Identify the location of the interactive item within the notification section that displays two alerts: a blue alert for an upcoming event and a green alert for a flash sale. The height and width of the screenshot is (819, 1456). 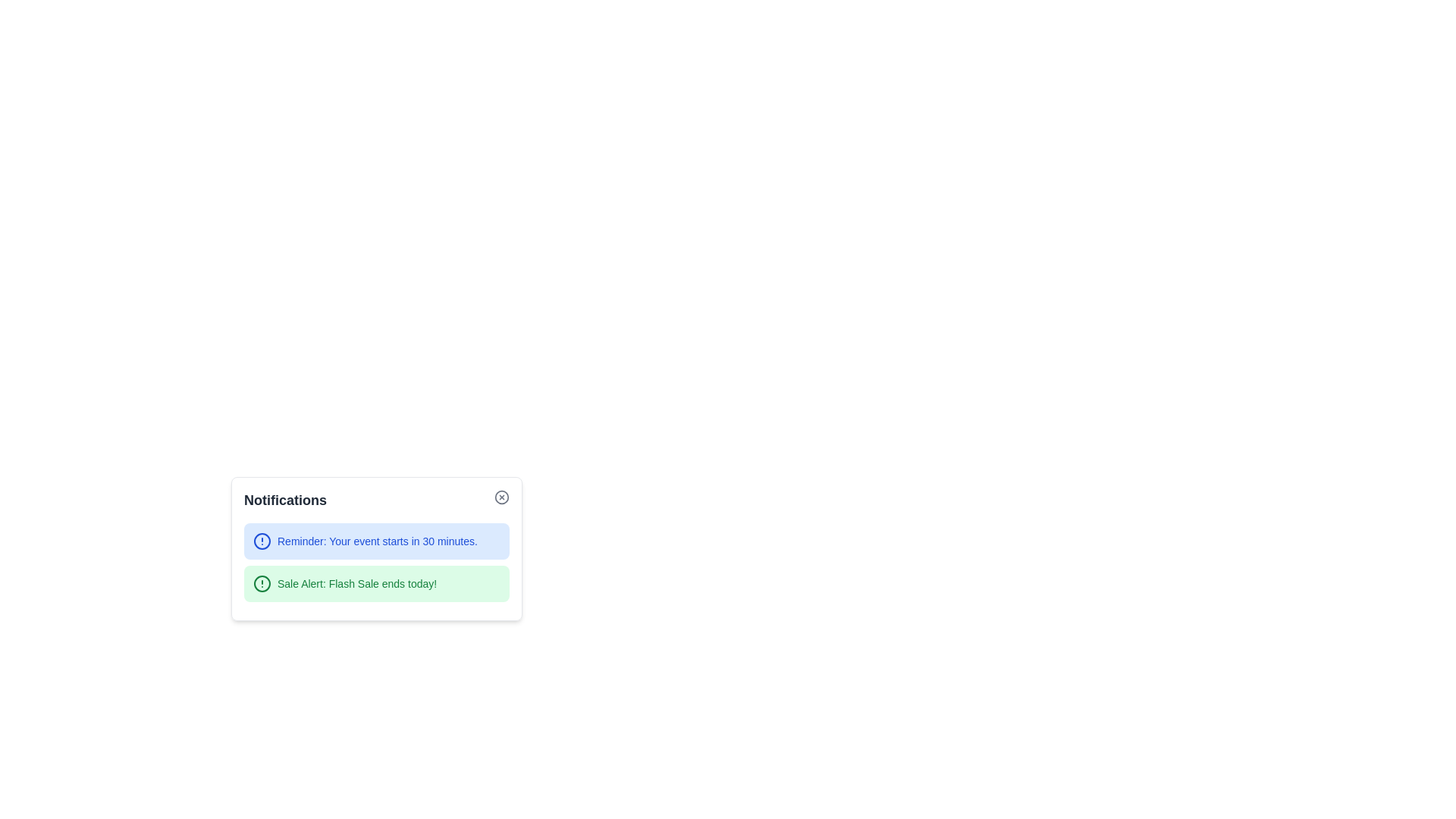
(377, 562).